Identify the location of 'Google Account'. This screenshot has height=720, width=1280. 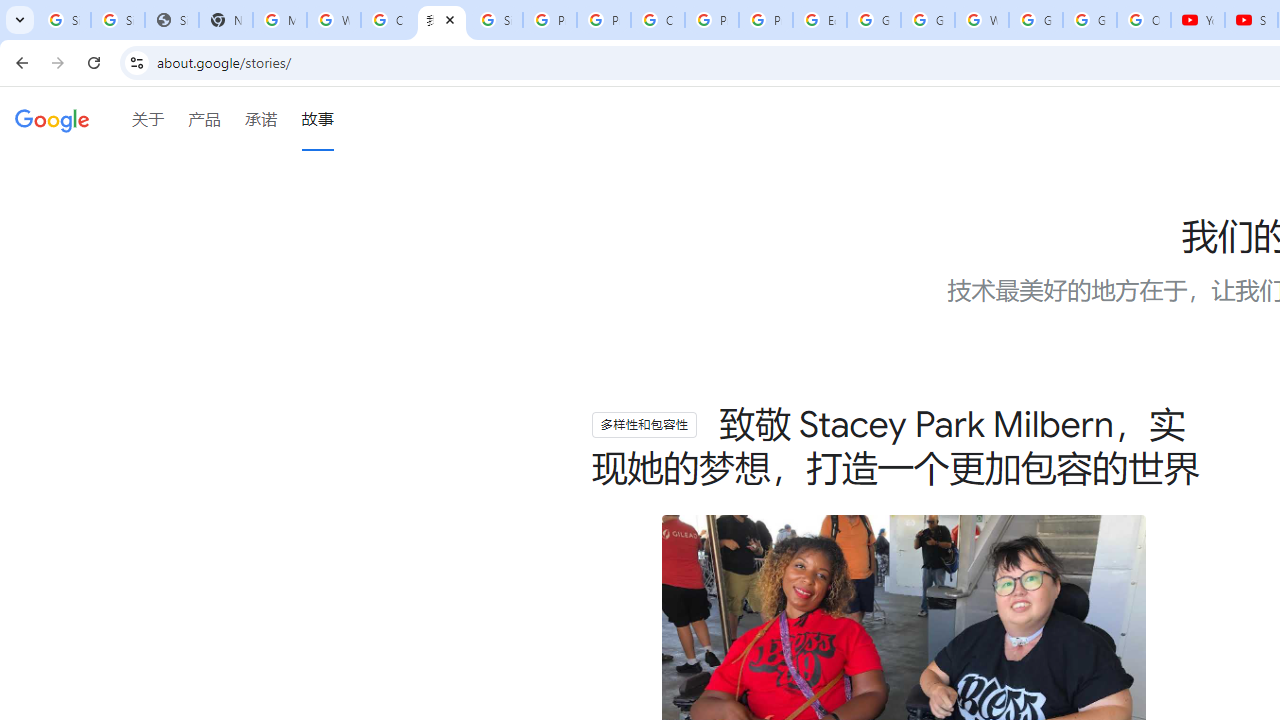
(1088, 20).